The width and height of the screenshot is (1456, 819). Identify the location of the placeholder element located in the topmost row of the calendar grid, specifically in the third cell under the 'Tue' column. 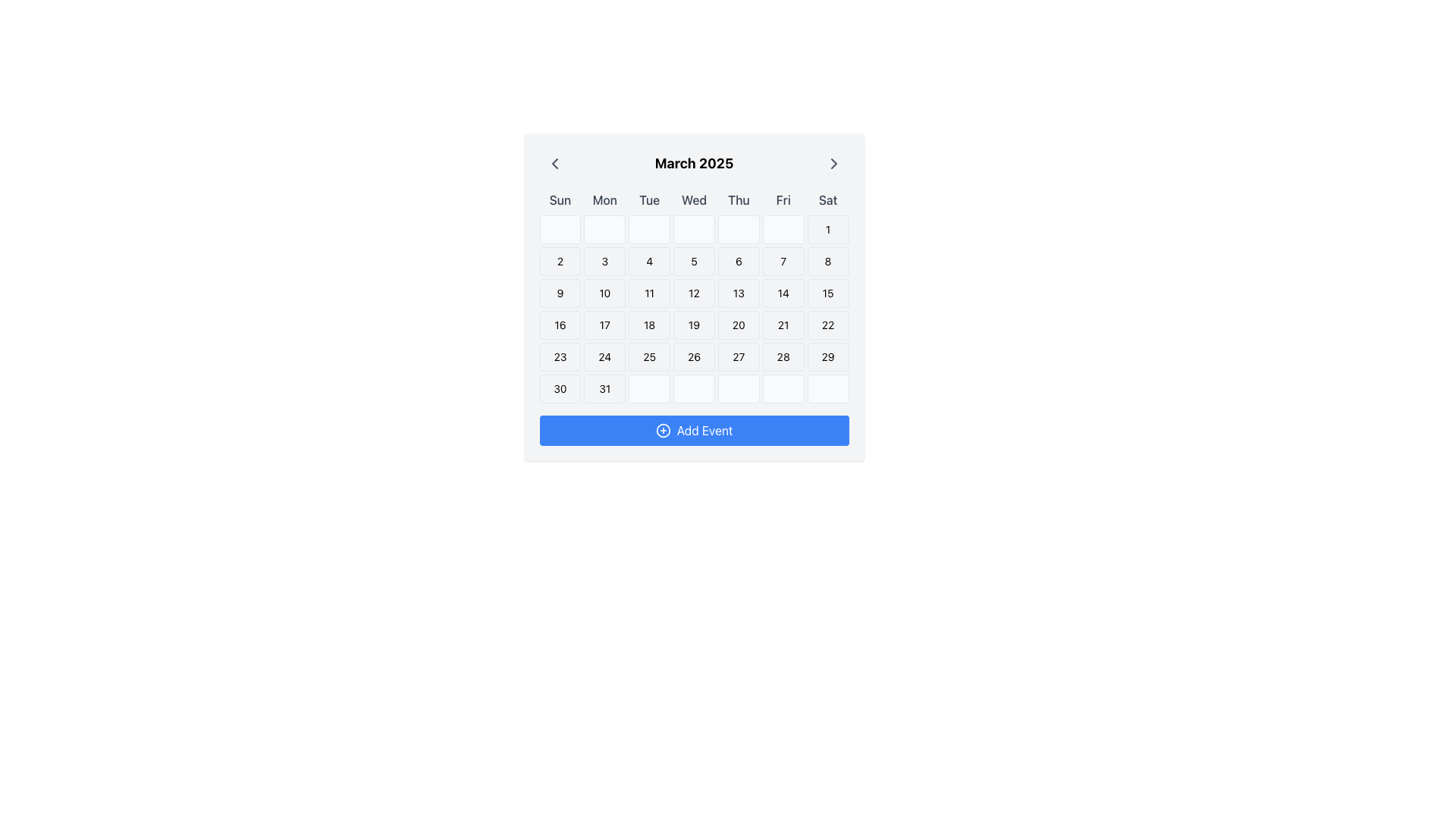
(649, 230).